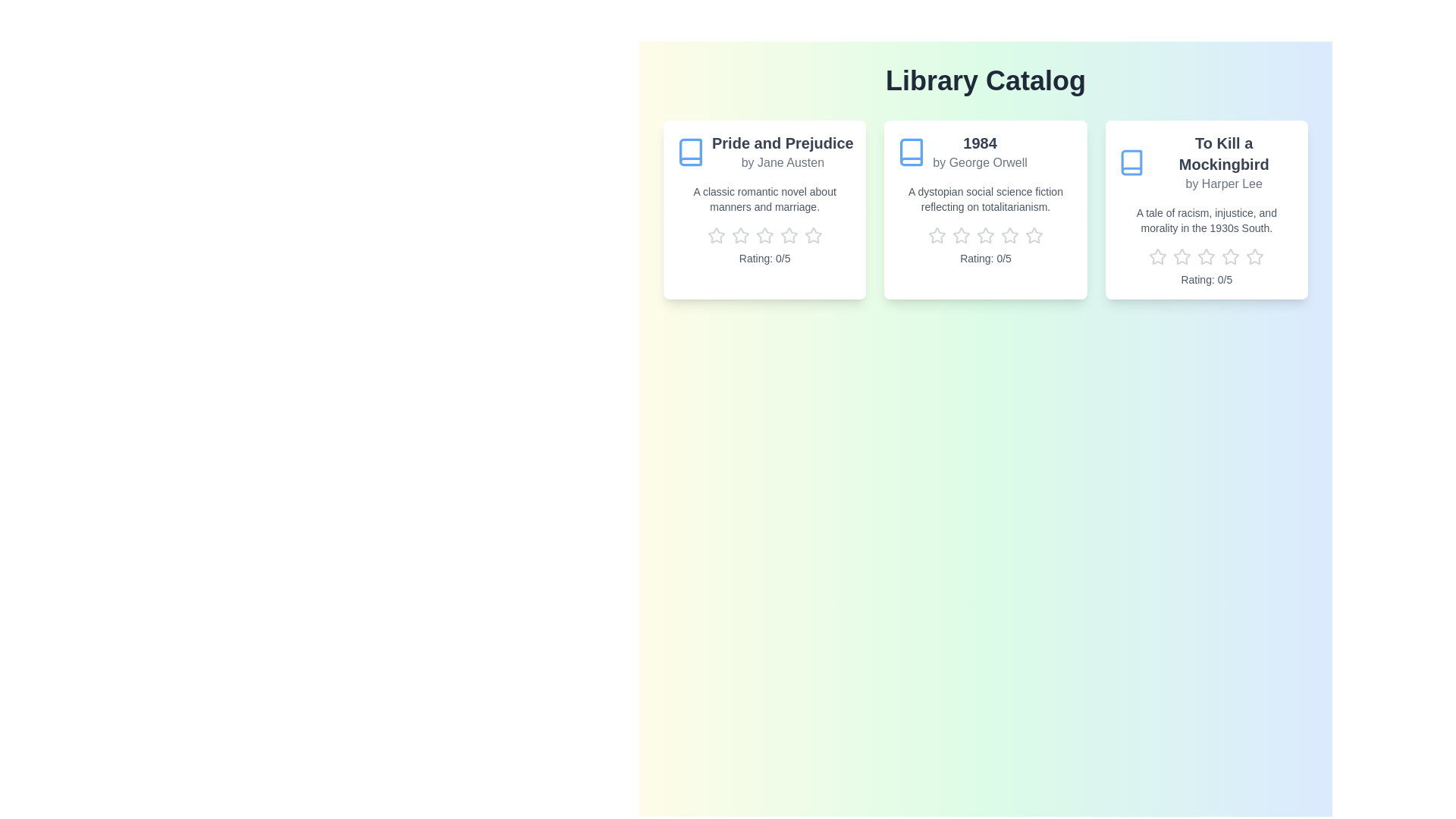 This screenshot has height=819, width=1456. Describe the element at coordinates (812, 236) in the screenshot. I see `the rating of the book 'Pride and Prejudice' to 5 stars by clicking the corresponding star` at that location.